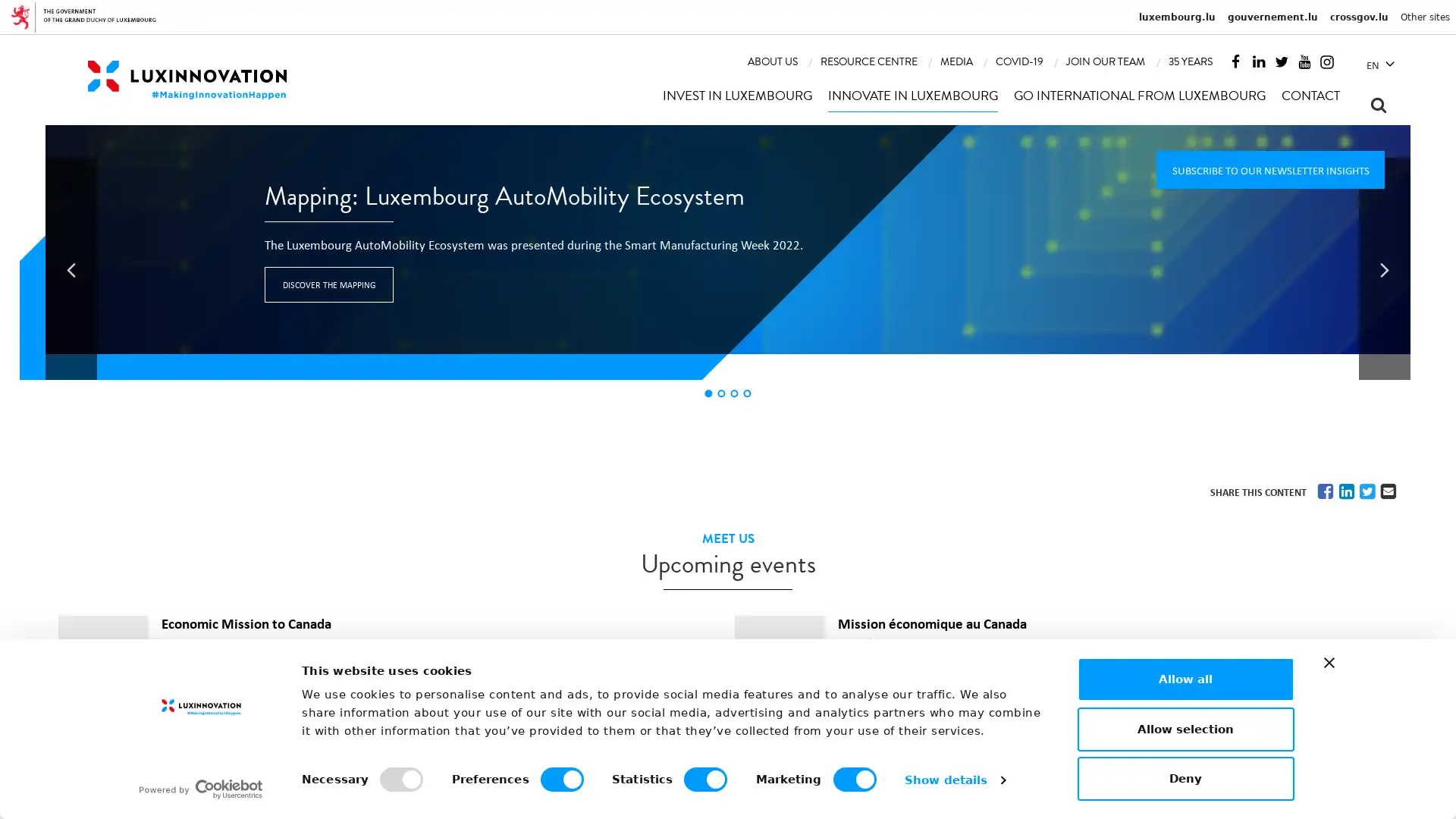 This screenshot has height=819, width=1456. I want to click on Previous, so click(71, 268).